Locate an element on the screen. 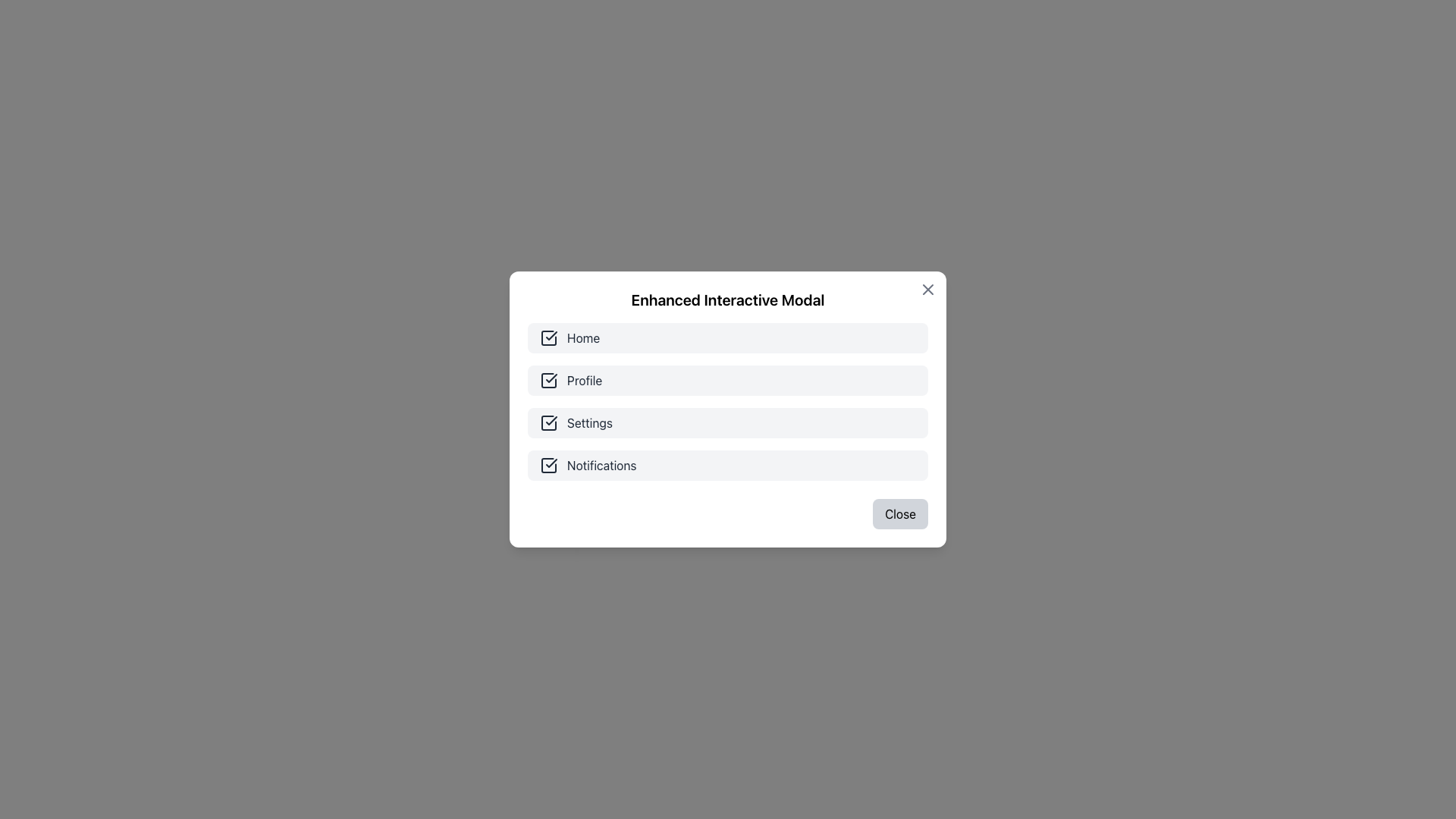  the Checkbox icon indicating the selected state for the 'Profile' option is located at coordinates (548, 379).